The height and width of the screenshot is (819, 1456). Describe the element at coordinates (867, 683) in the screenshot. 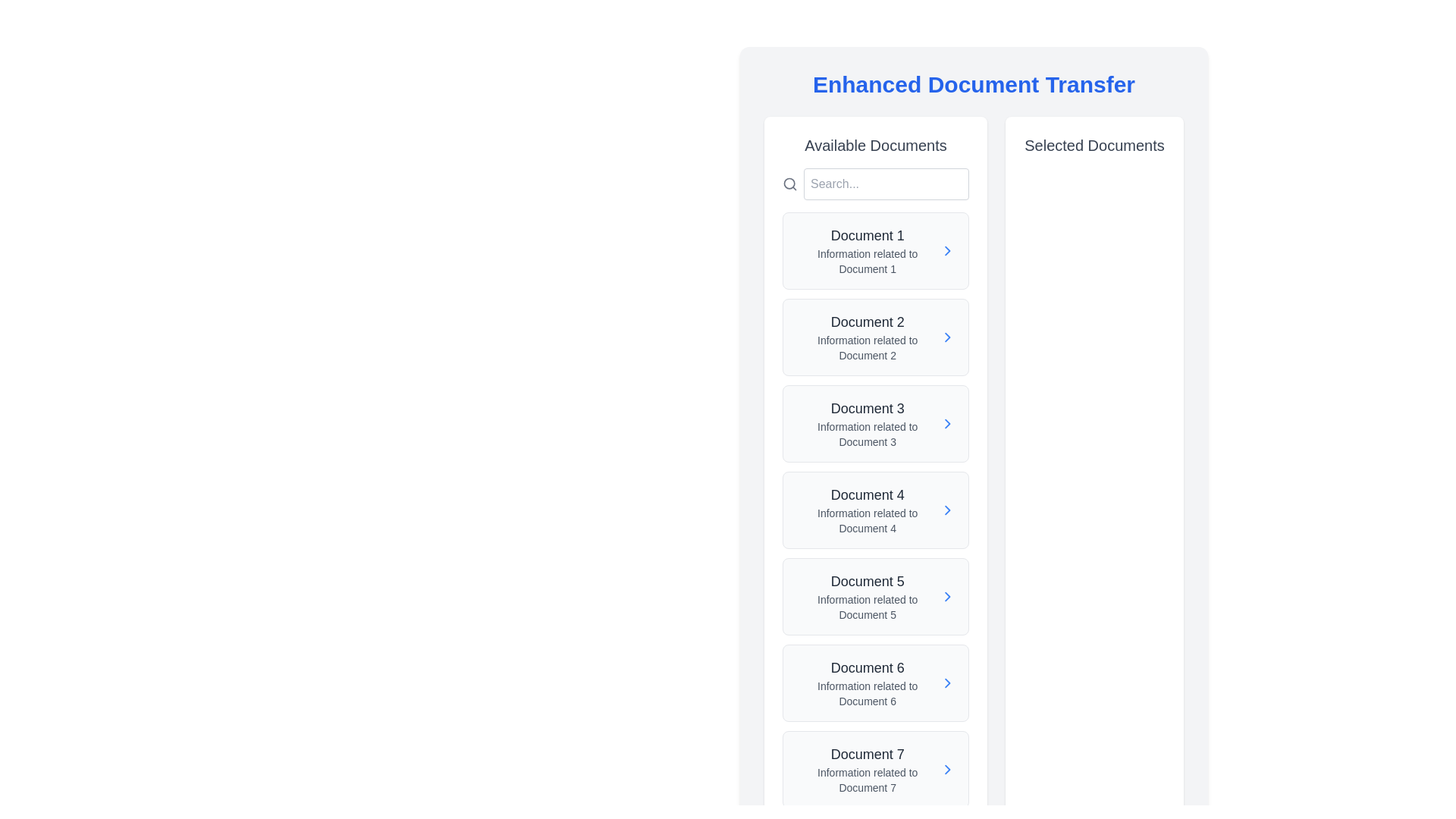

I see `on the text block labeled 'Document 6' in the 'Available Documents' list` at that location.